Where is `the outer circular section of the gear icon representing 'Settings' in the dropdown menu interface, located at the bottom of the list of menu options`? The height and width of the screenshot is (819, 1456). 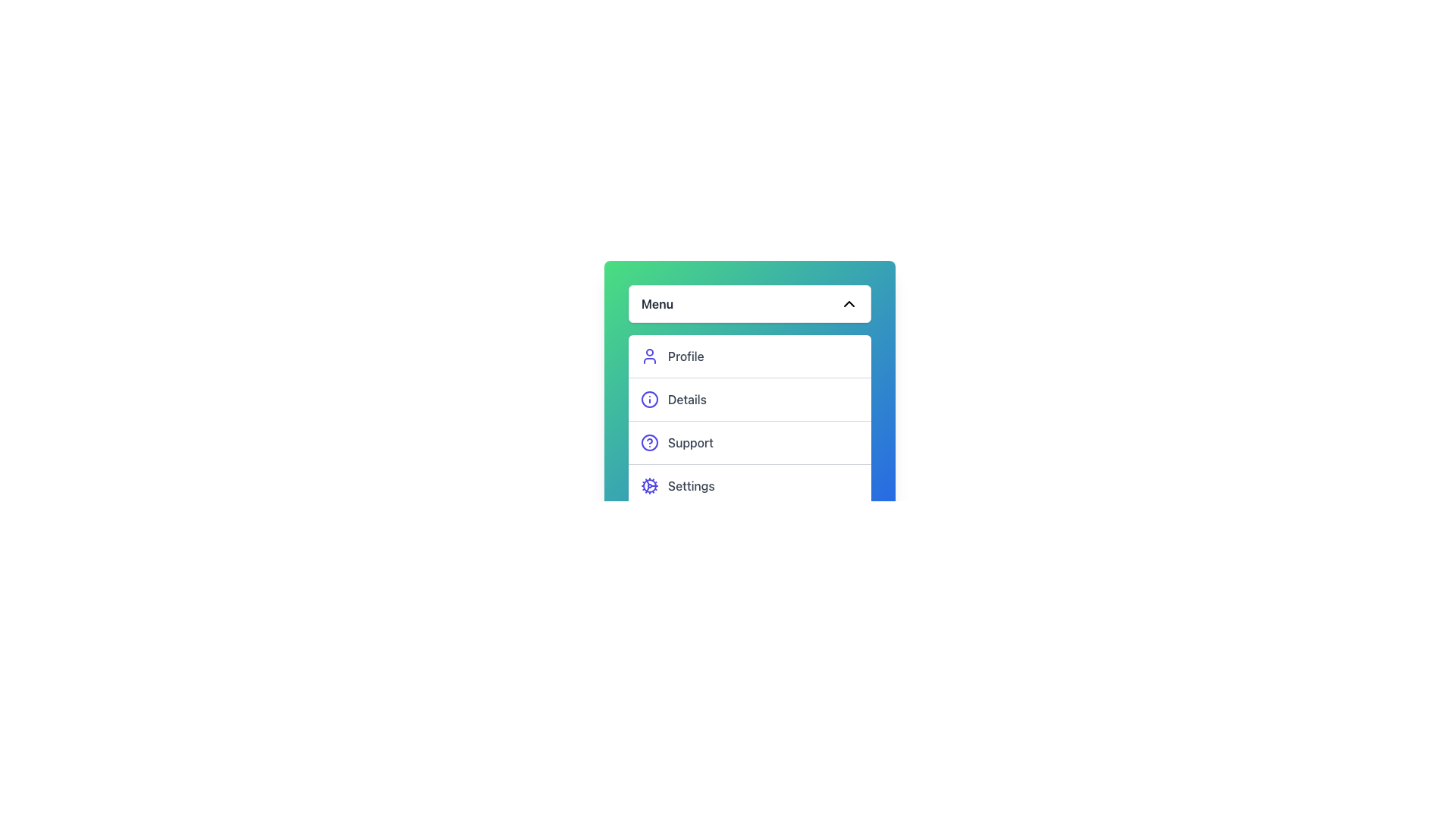
the outer circular section of the gear icon representing 'Settings' in the dropdown menu interface, located at the bottom of the list of menu options is located at coordinates (650, 485).